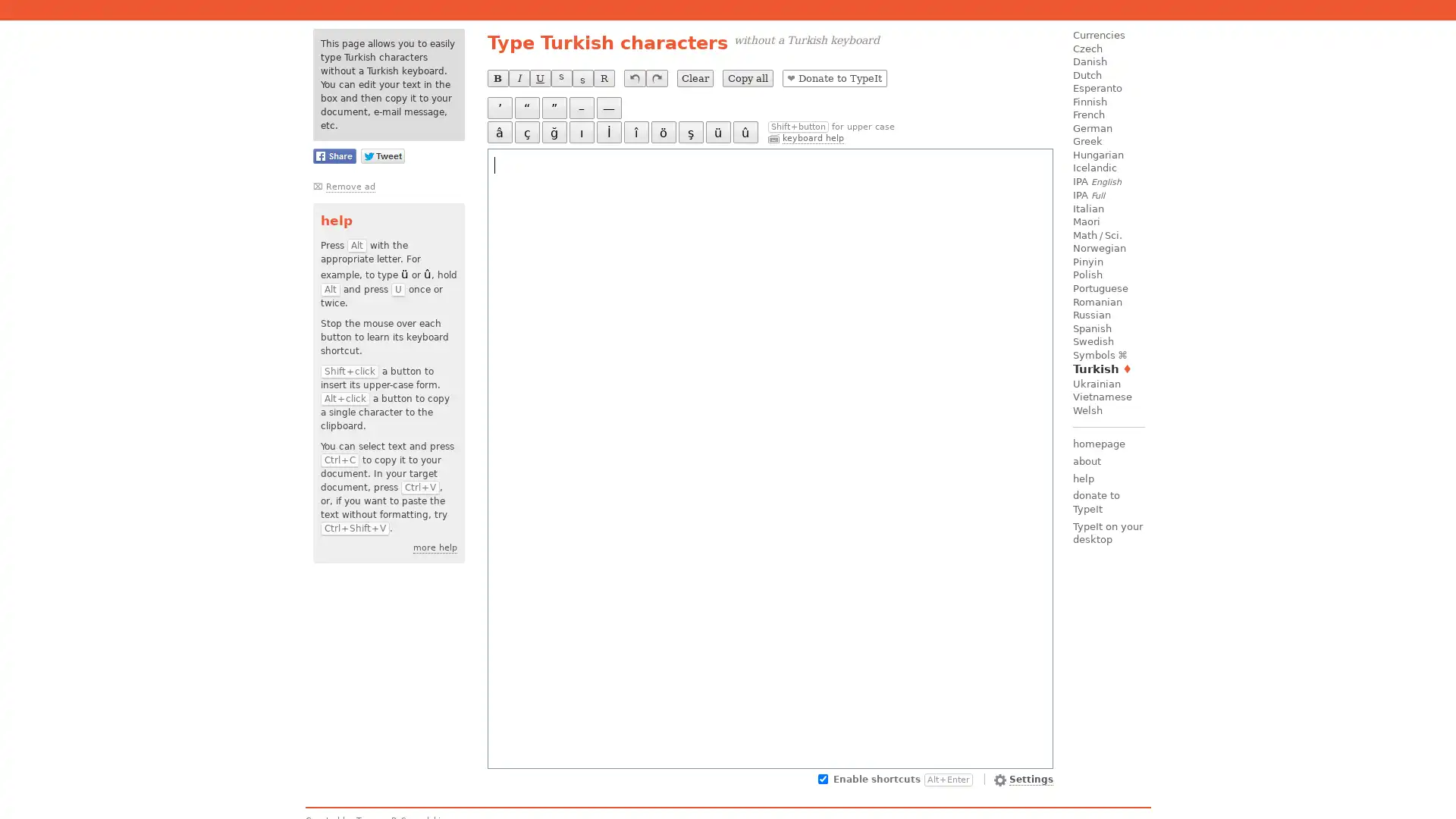 Image resolution: width=1456 pixels, height=819 pixels. Describe the element at coordinates (694, 78) in the screenshot. I see `Clear` at that location.